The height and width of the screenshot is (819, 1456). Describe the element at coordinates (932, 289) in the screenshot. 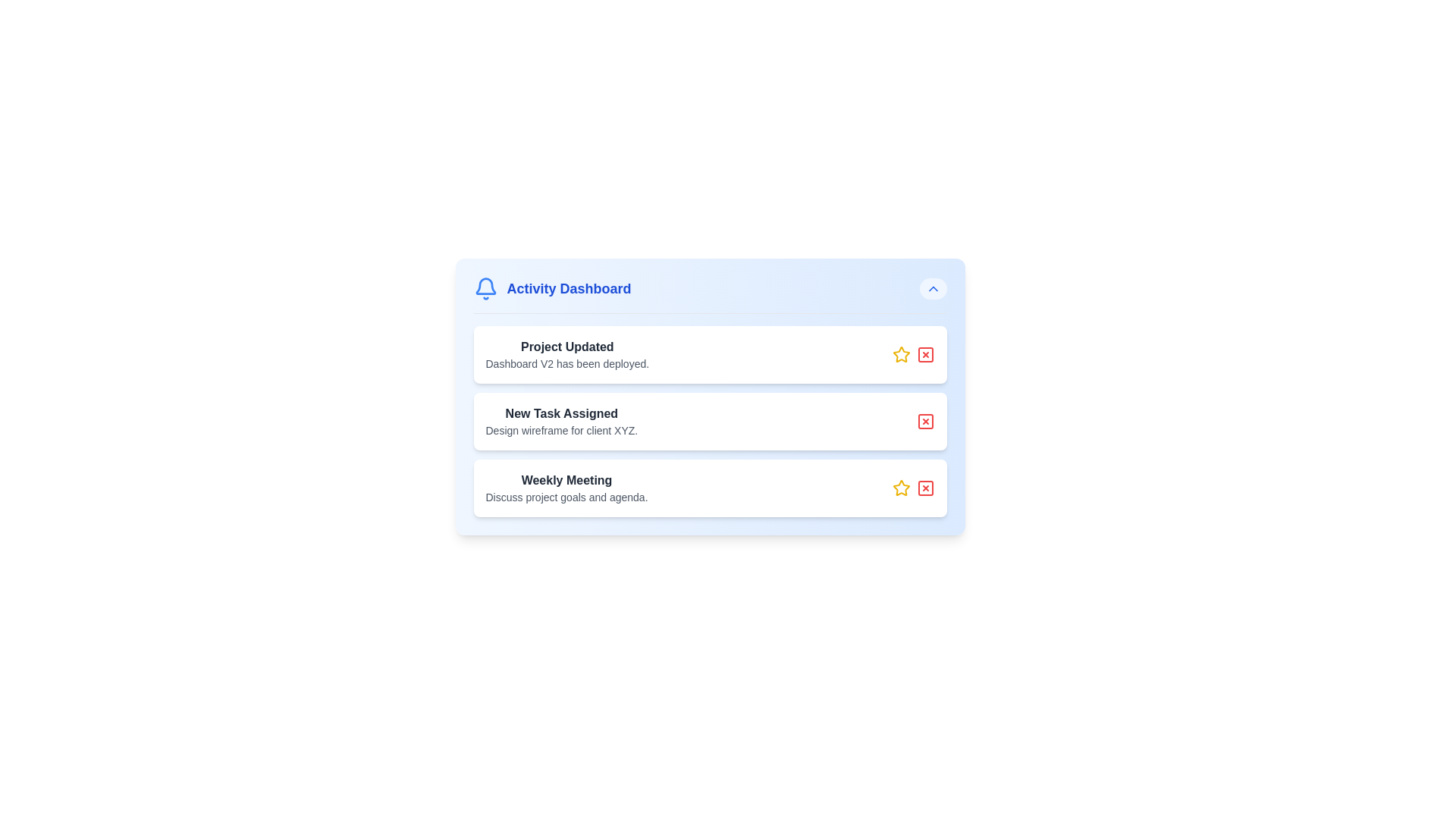

I see `the upward-facing icon located at the top-right corner of the 'Activity Dashboard' section` at that location.